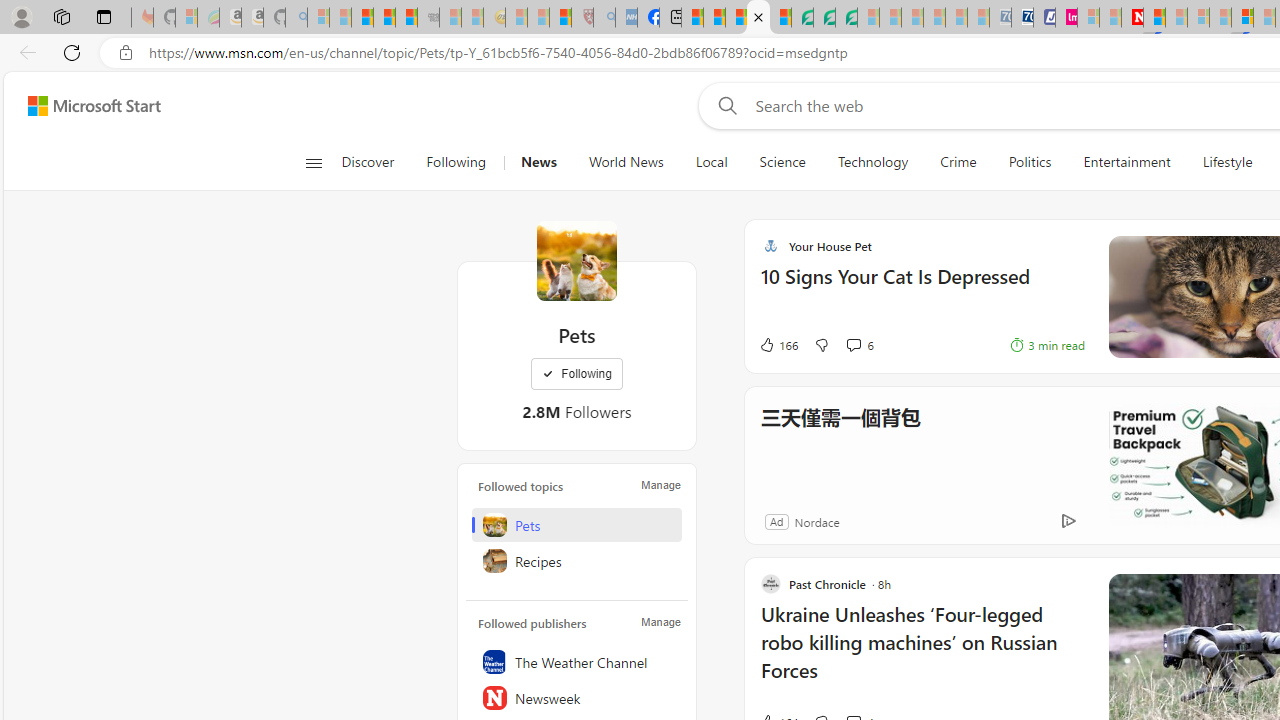 The image size is (1280, 720). Describe the element at coordinates (824, 17) in the screenshot. I see `'Terms of Use Agreement'` at that location.